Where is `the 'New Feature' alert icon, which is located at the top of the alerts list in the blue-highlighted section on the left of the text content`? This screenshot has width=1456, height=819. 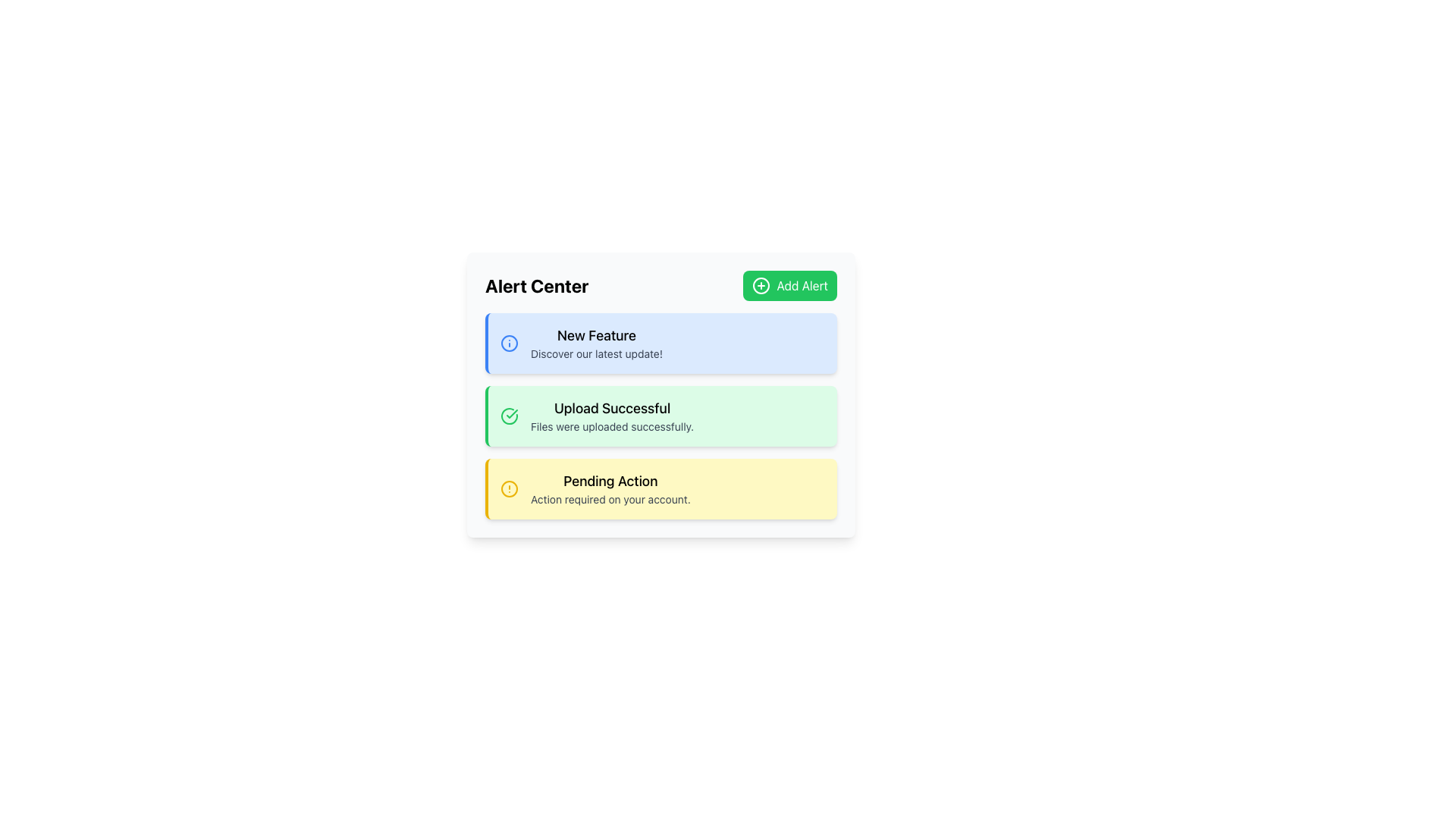 the 'New Feature' alert icon, which is located at the top of the alerts list in the blue-highlighted section on the left of the text content is located at coordinates (510, 343).